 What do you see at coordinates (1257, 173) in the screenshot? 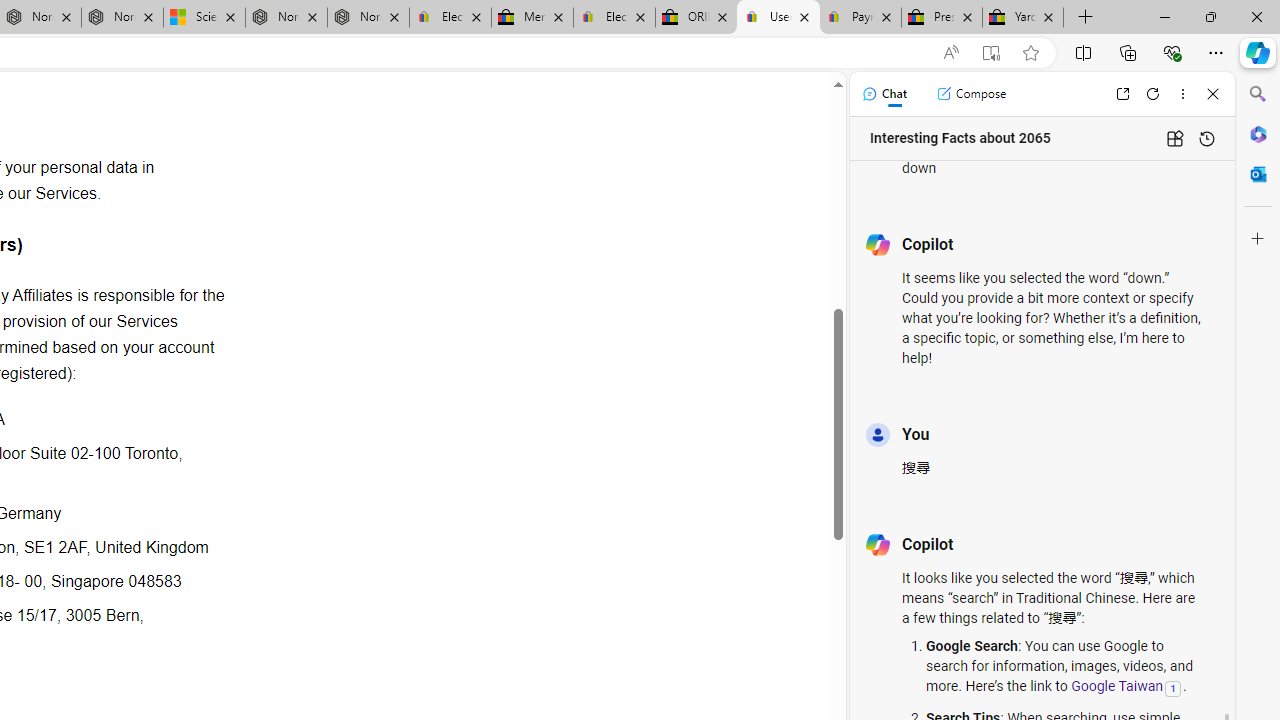
I see `'Outlook'` at bounding box center [1257, 173].